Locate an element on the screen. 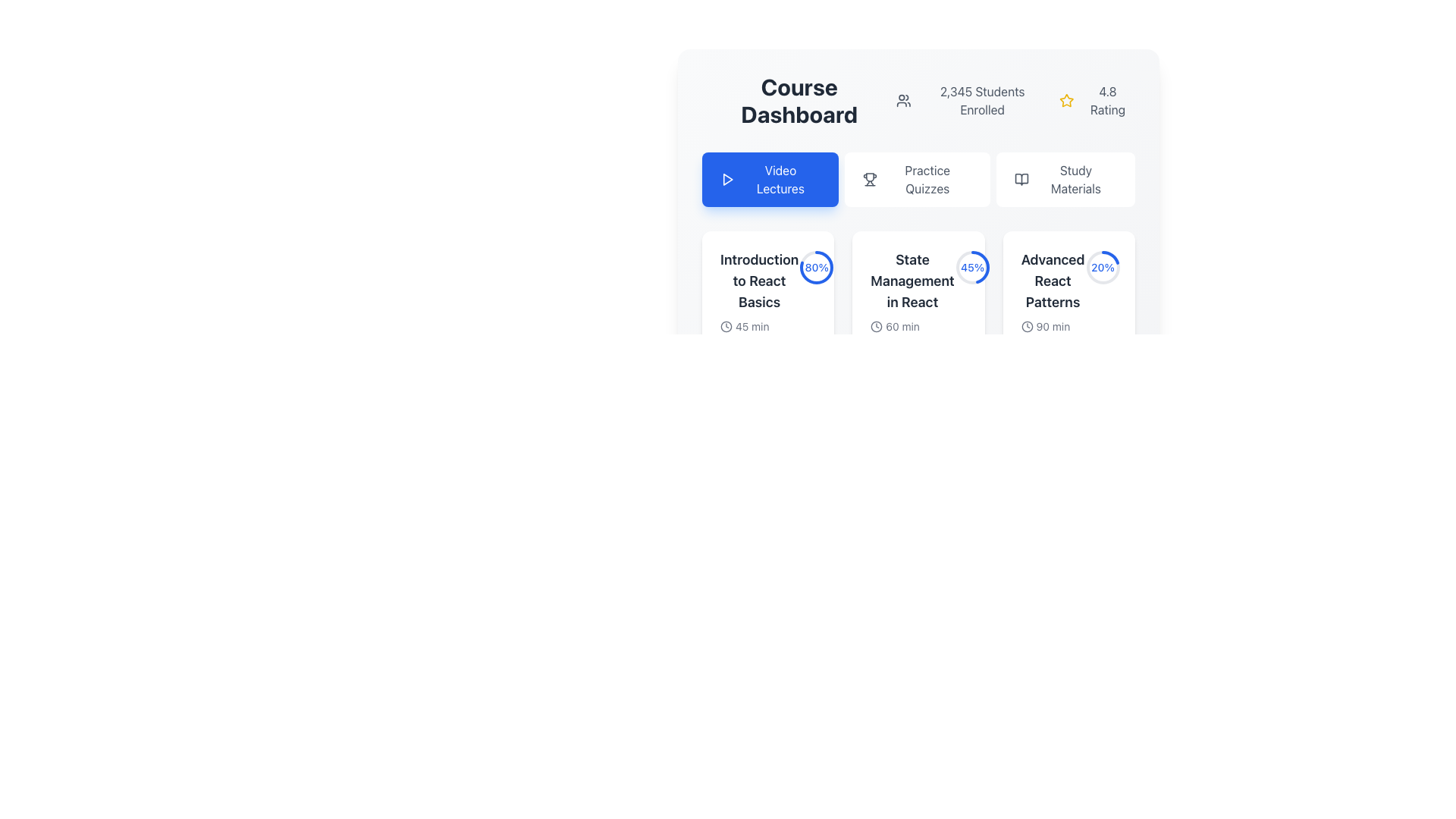 The width and height of the screenshot is (1456, 819). the 'Advanced React Patterns' card is located at coordinates (1052, 309).